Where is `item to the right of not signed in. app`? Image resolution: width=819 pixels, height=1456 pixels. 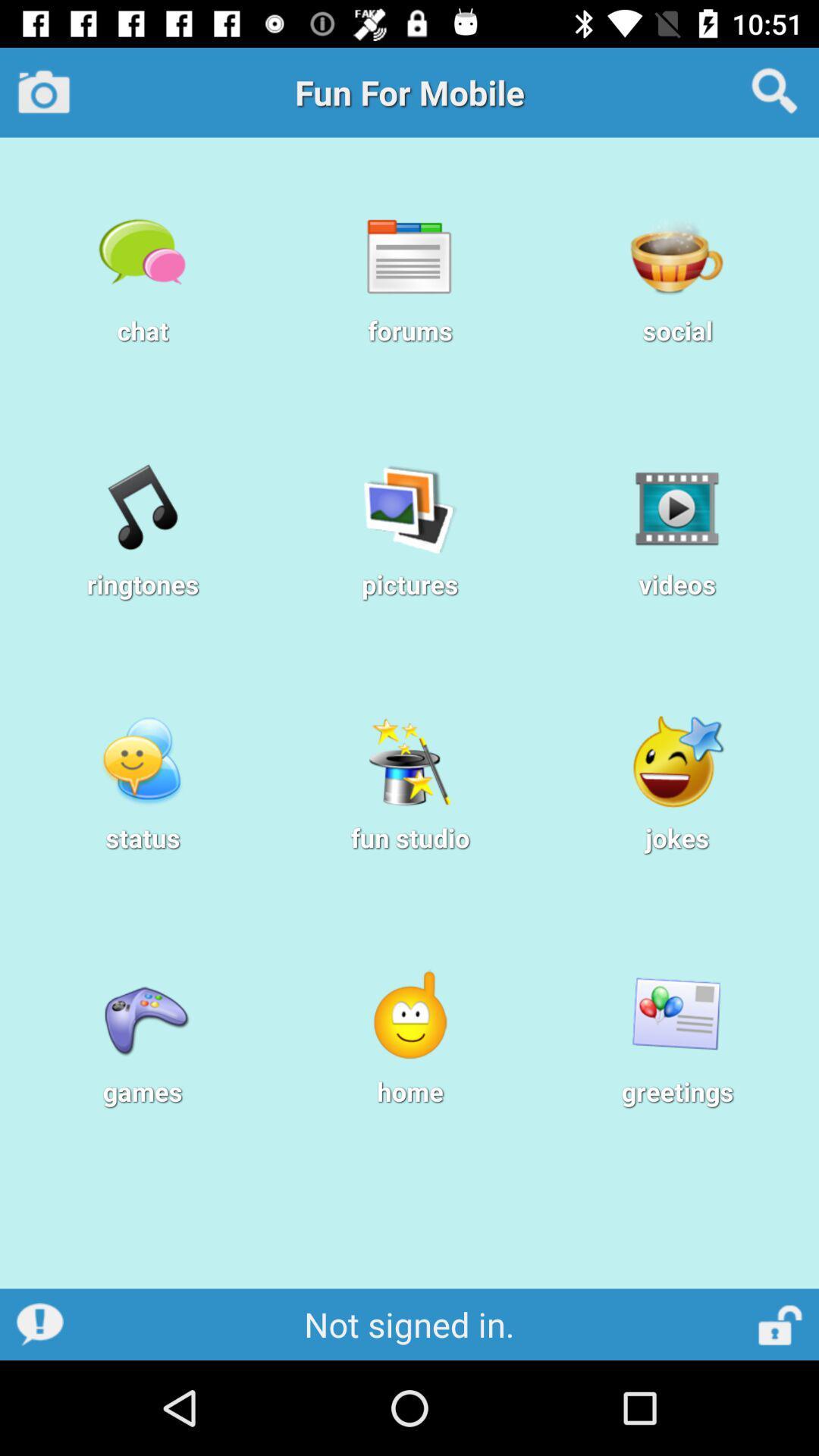
item to the right of not signed in. app is located at coordinates (781, 1323).